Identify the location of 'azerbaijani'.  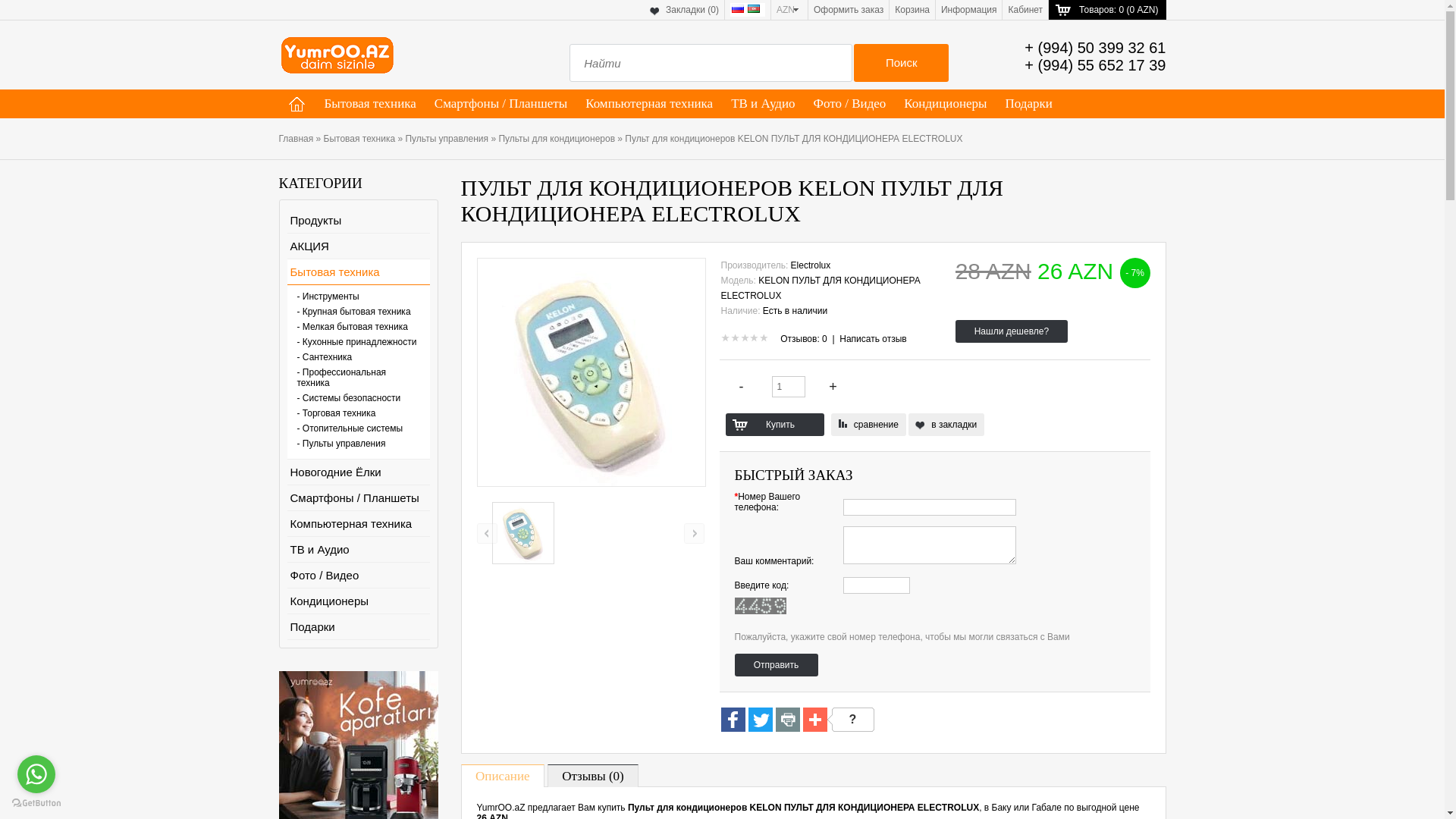
(753, 8).